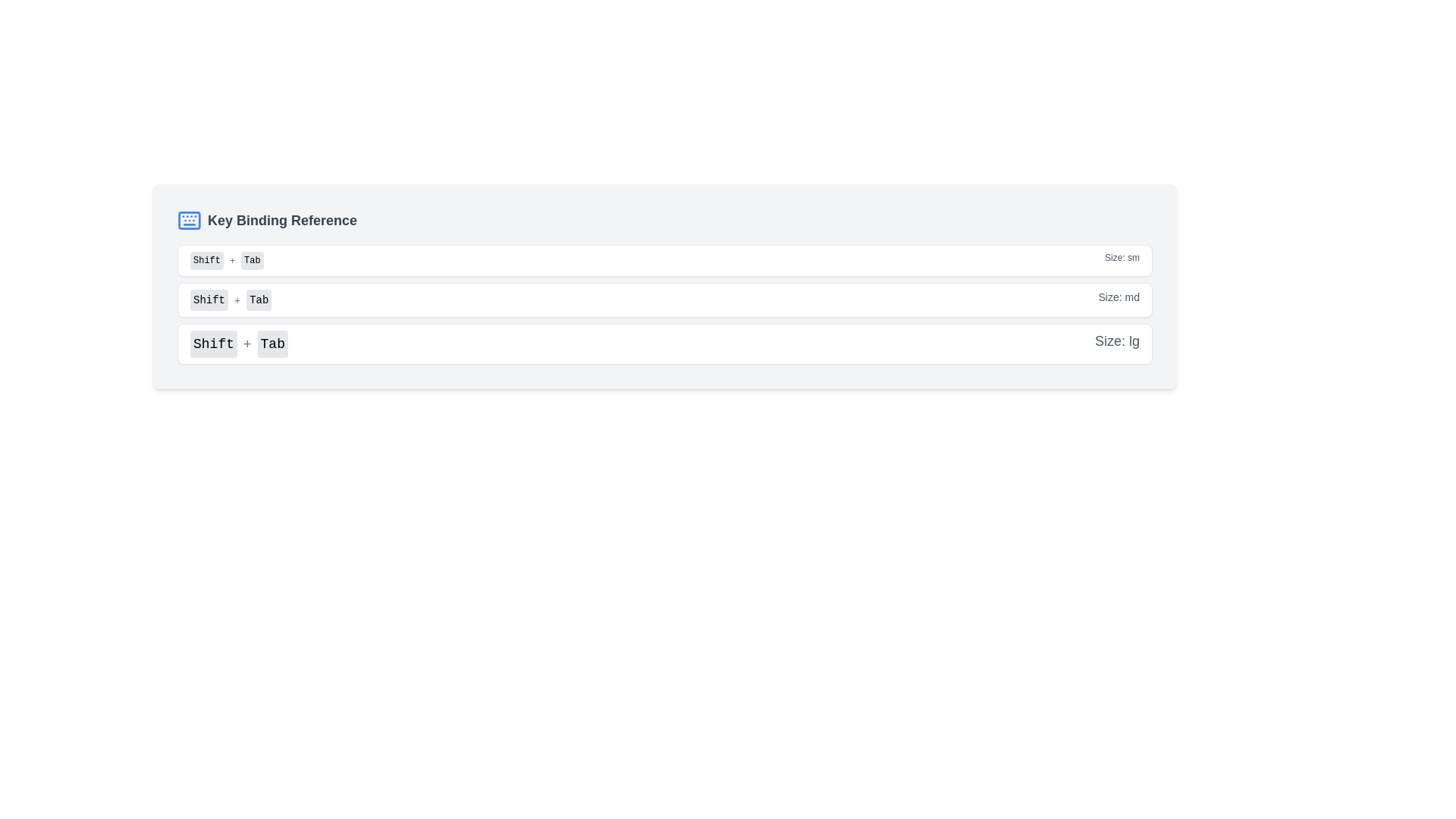 The height and width of the screenshot is (819, 1456). What do you see at coordinates (238, 344) in the screenshot?
I see `the text label indicating the keyboard shortcut 'Shift + Tab' located in the third row under the 'Key Binding Reference' heading` at bounding box center [238, 344].